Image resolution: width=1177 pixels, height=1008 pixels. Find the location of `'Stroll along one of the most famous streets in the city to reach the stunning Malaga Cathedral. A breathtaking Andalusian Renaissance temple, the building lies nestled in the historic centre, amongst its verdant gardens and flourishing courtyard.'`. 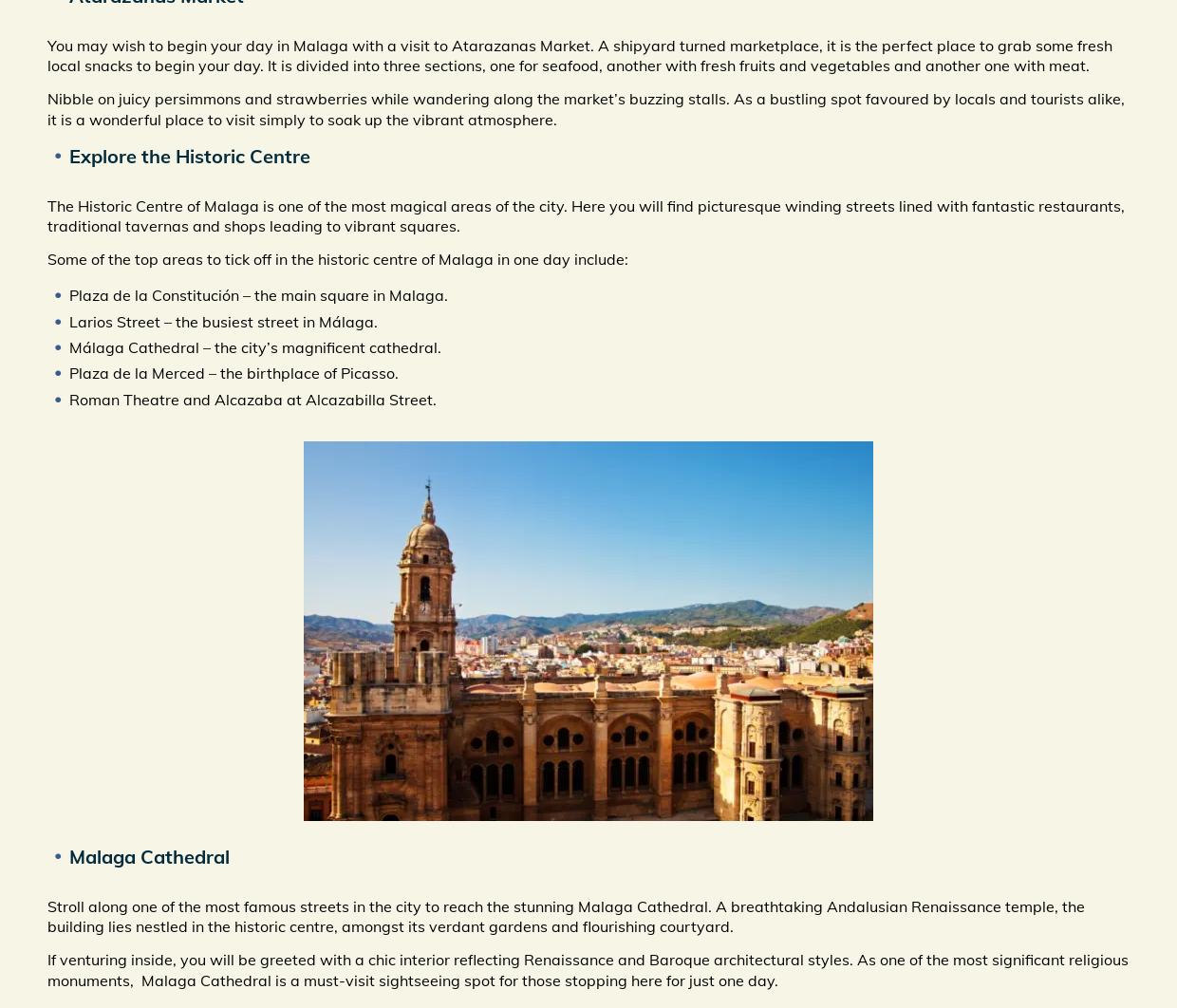

'Stroll along one of the most famous streets in the city to reach the stunning Malaga Cathedral. A breathtaking Andalusian Renaissance temple, the building lies nestled in the historic centre, amongst its verdant gardens and flourishing courtyard.' is located at coordinates (566, 915).